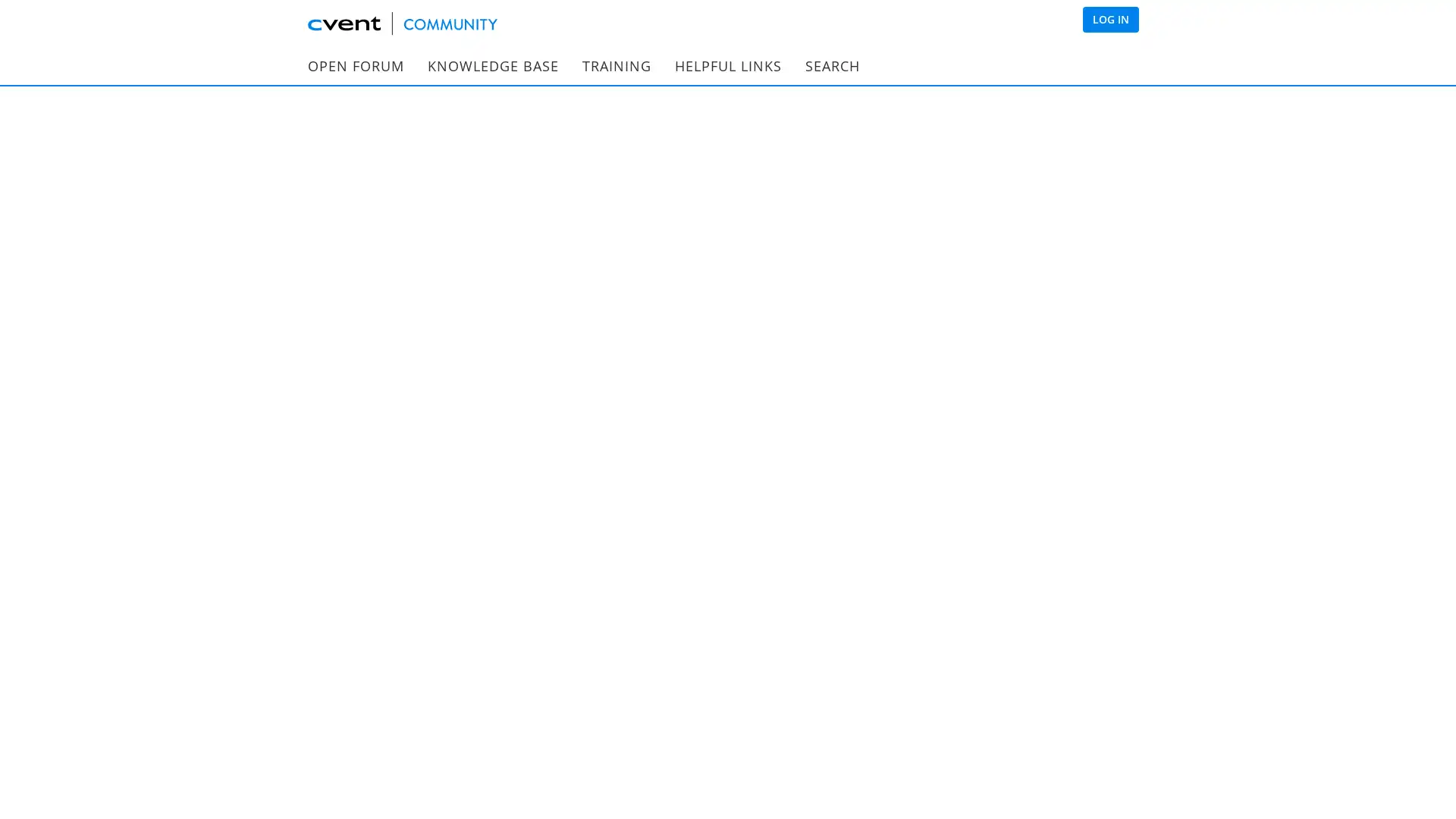 This screenshot has height=819, width=1456. Describe the element at coordinates (710, 433) in the screenshot. I see `Yes` at that location.